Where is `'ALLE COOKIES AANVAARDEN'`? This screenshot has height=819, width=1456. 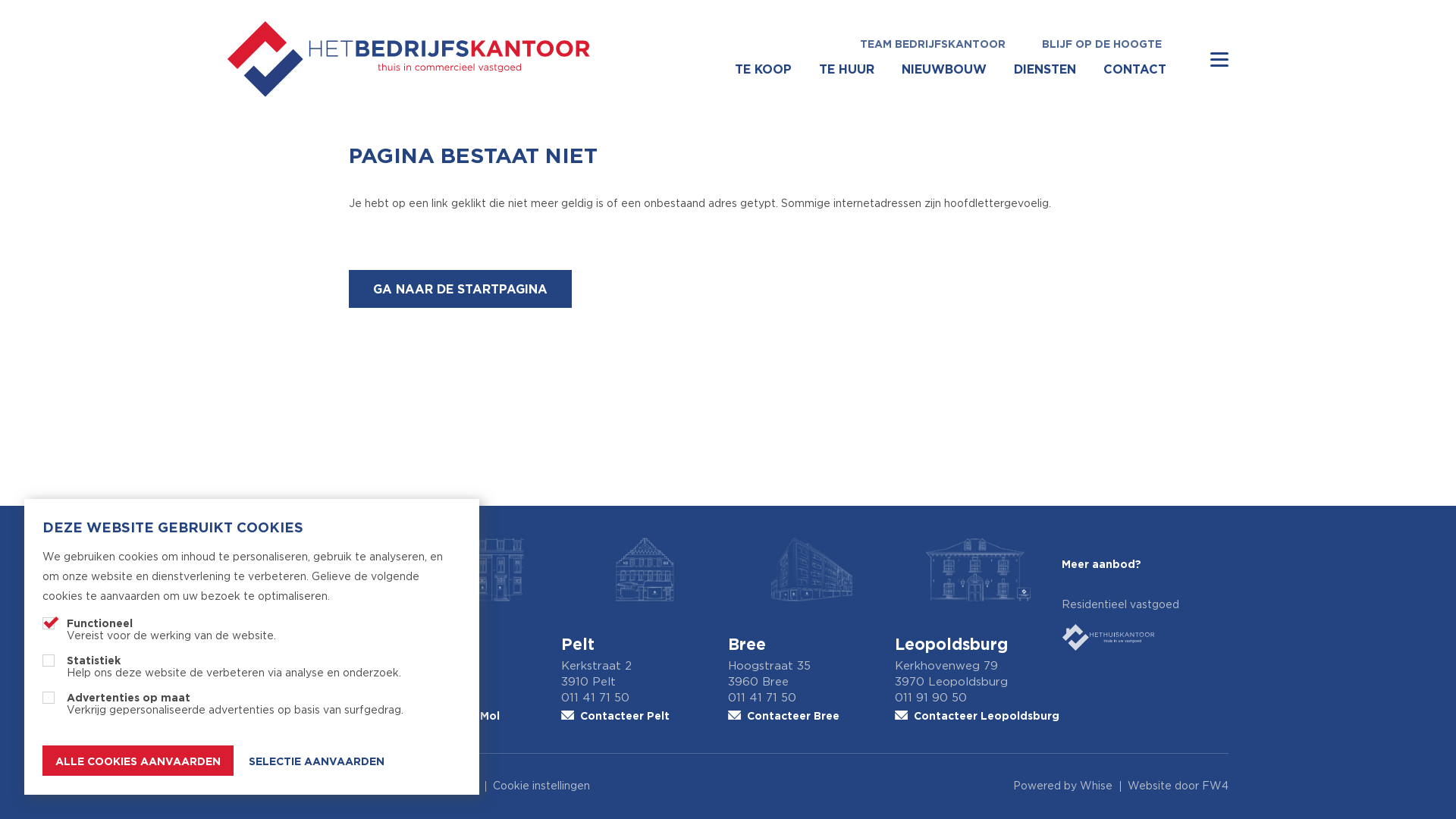 'ALLE COOKIES AANVAARDEN' is located at coordinates (138, 760).